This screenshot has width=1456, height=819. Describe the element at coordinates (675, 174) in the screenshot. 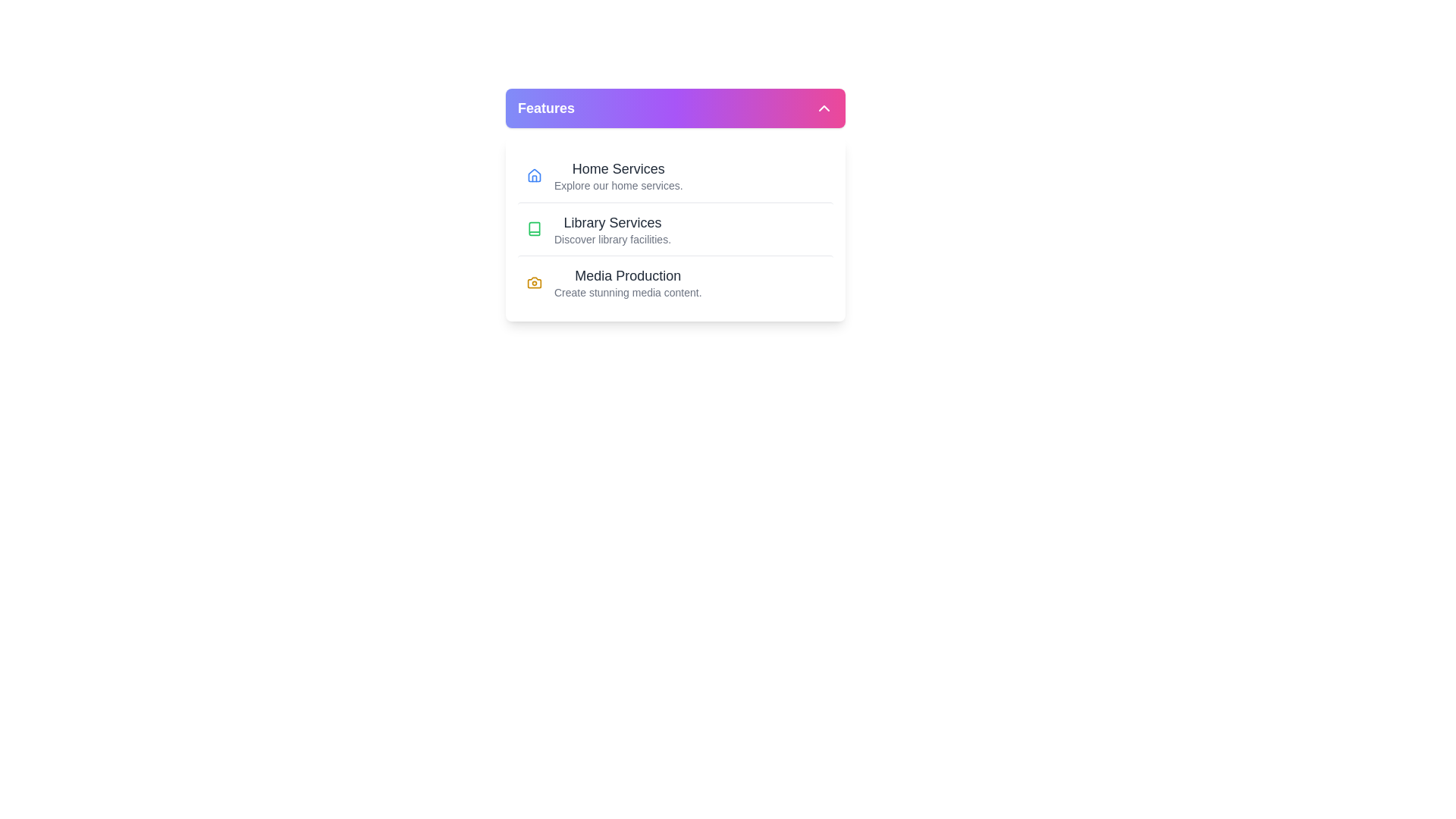

I see `the 'Home Services' clickable menu list item, which features a blue house icon and the title text in bold dark grey, located at the top of the 'Features' section` at that location.